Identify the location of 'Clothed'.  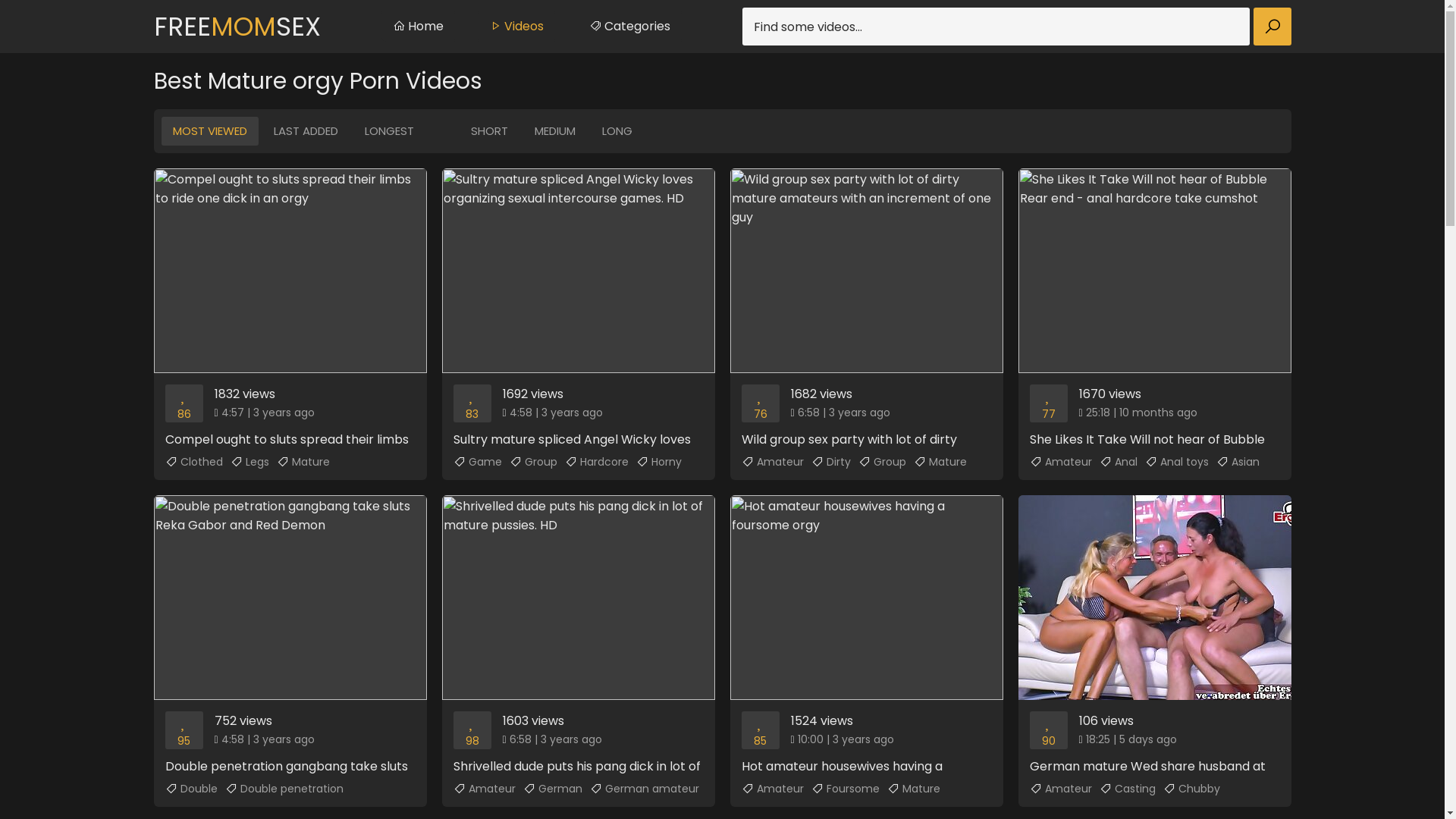
(165, 461).